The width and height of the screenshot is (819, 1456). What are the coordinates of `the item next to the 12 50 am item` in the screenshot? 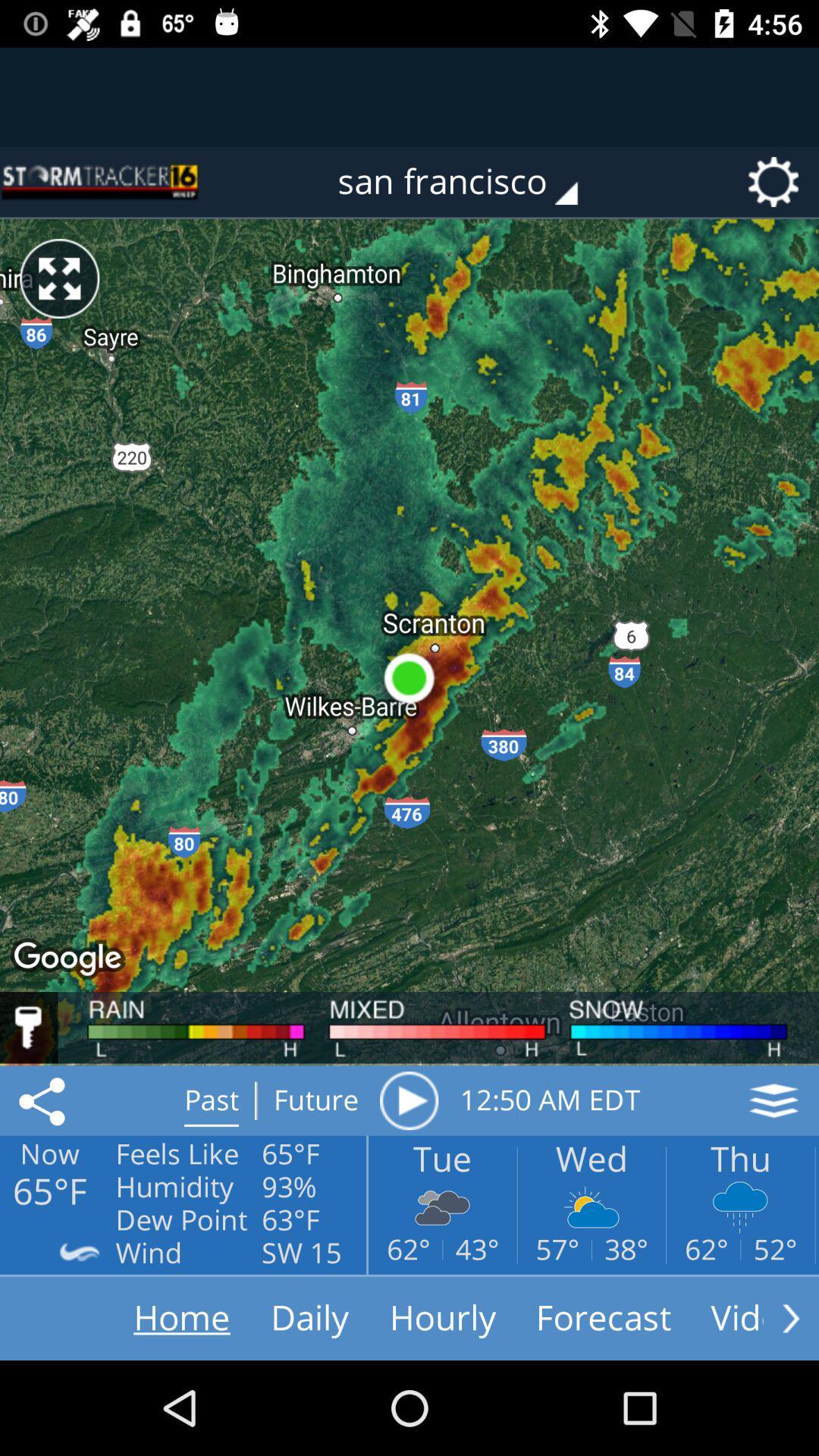 It's located at (408, 1100).